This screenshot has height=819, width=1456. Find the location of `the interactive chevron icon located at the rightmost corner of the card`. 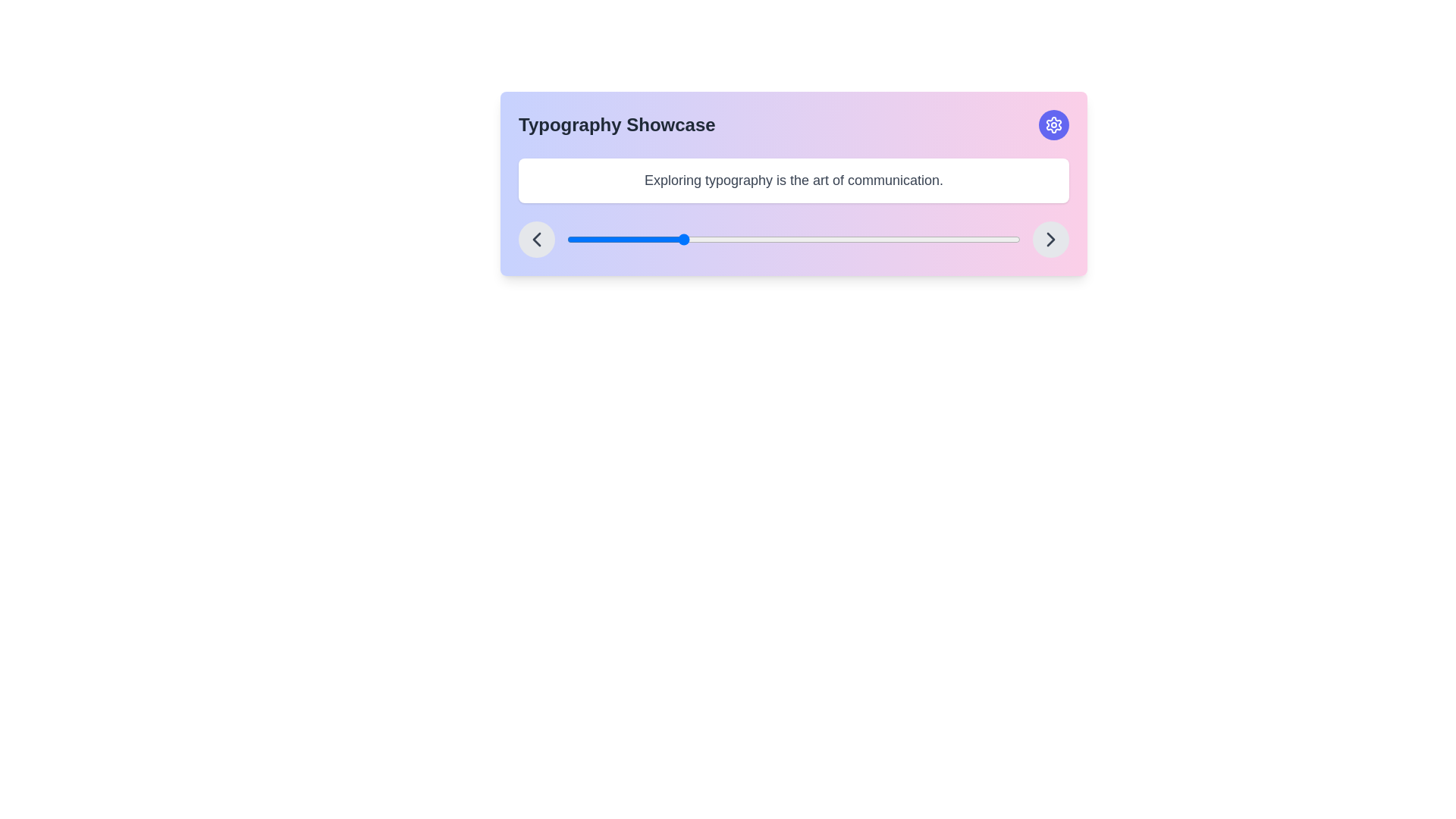

the interactive chevron icon located at the rightmost corner of the card is located at coordinates (1050, 239).